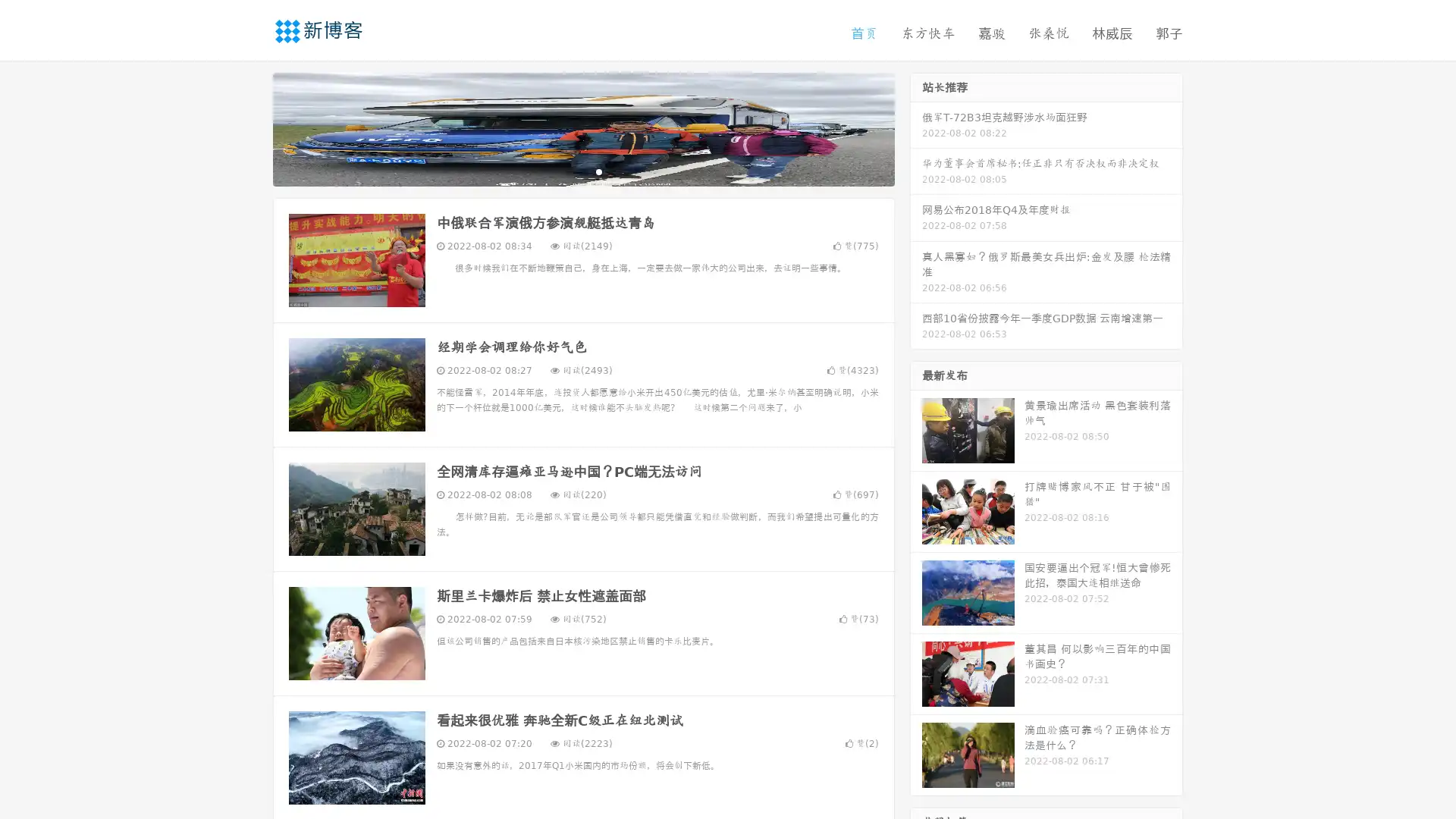  Describe the element at coordinates (598, 171) in the screenshot. I see `Go to slide 3` at that location.